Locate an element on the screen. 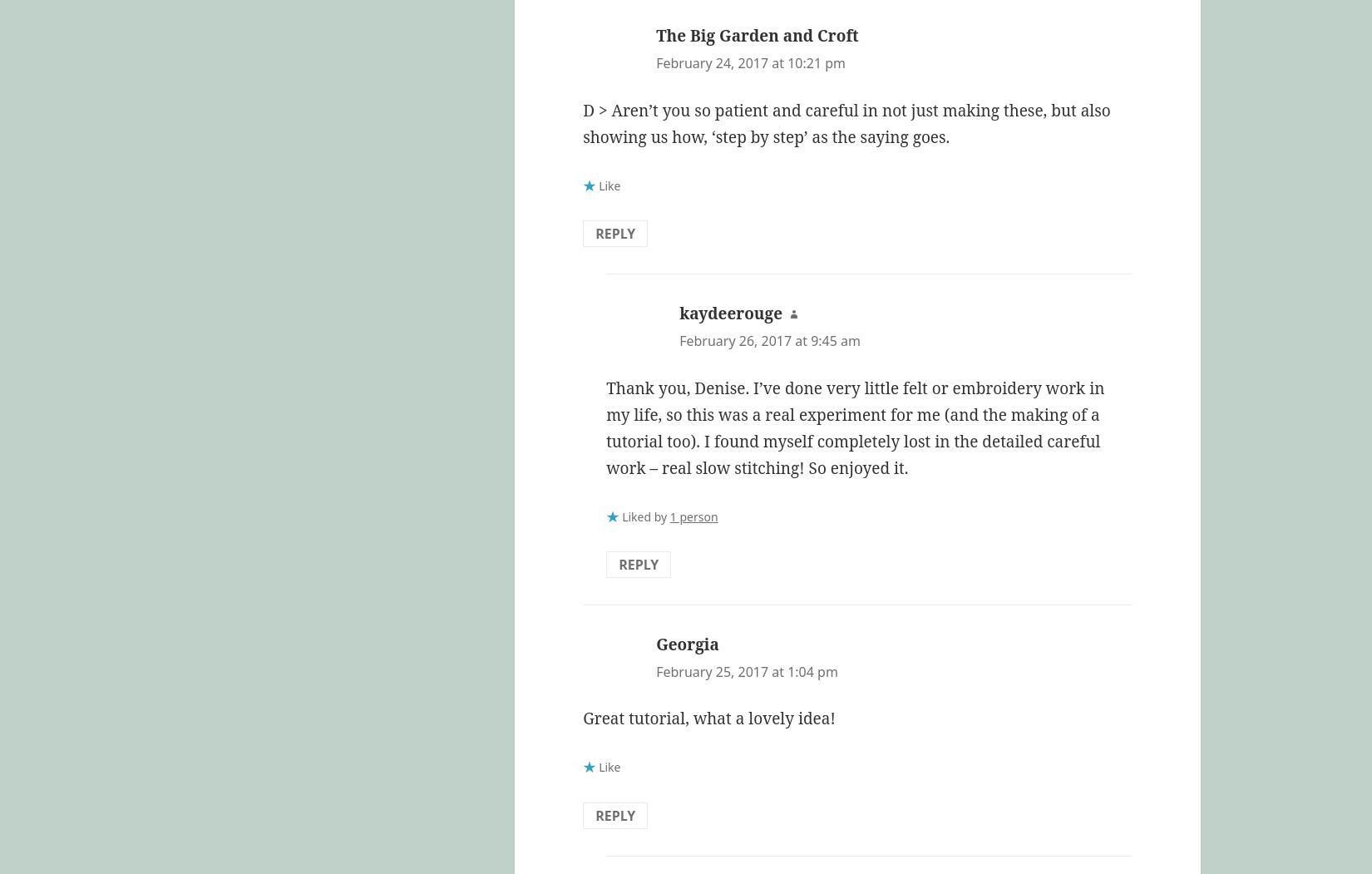 This screenshot has height=874, width=1372. 'The Big Garden and Croft' is located at coordinates (757, 34).